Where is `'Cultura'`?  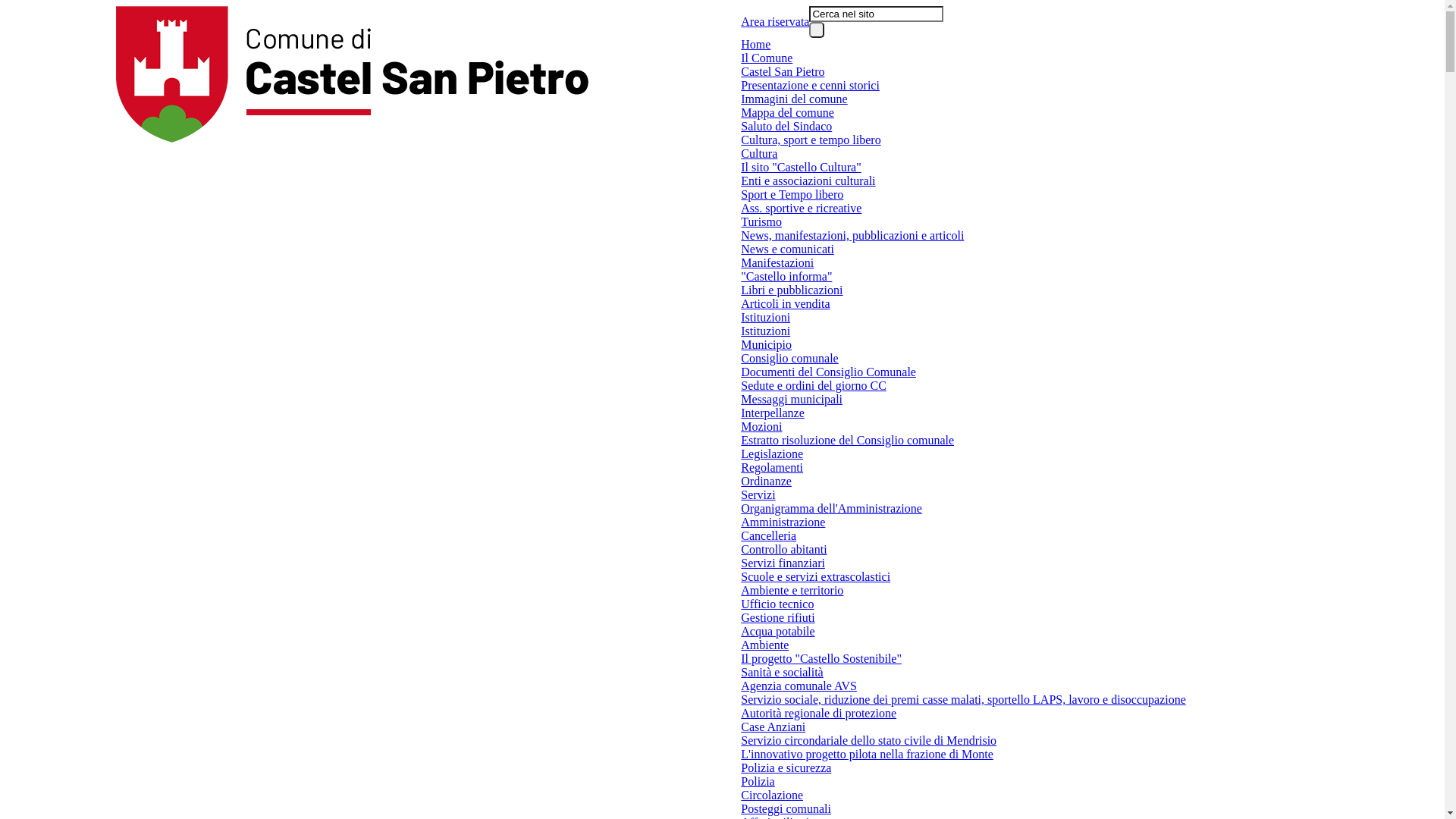
'Cultura' is located at coordinates (759, 154).